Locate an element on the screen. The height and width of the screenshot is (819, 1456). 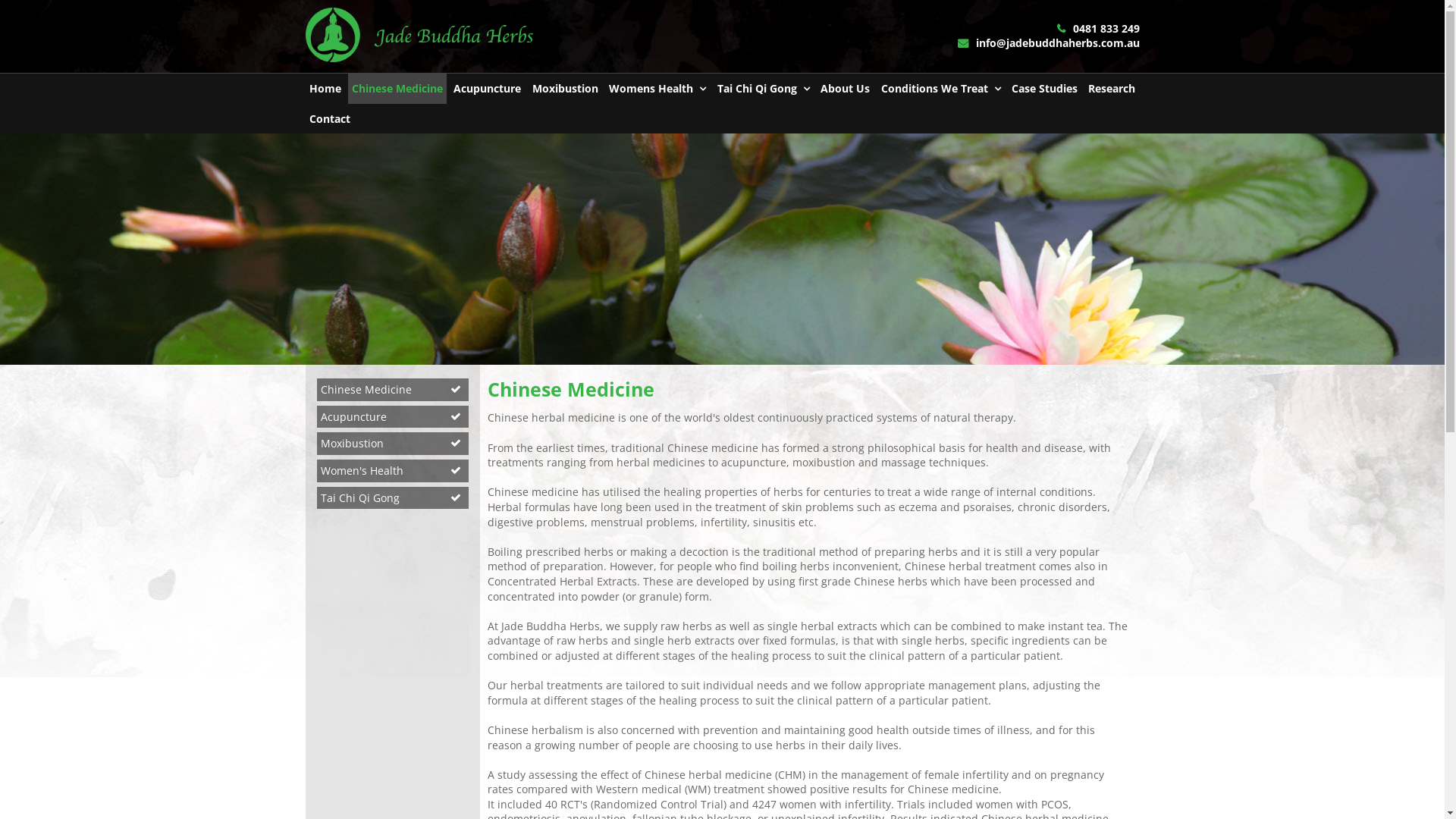
'info@jadebuddhaherbs.com.au' is located at coordinates (1047, 42).